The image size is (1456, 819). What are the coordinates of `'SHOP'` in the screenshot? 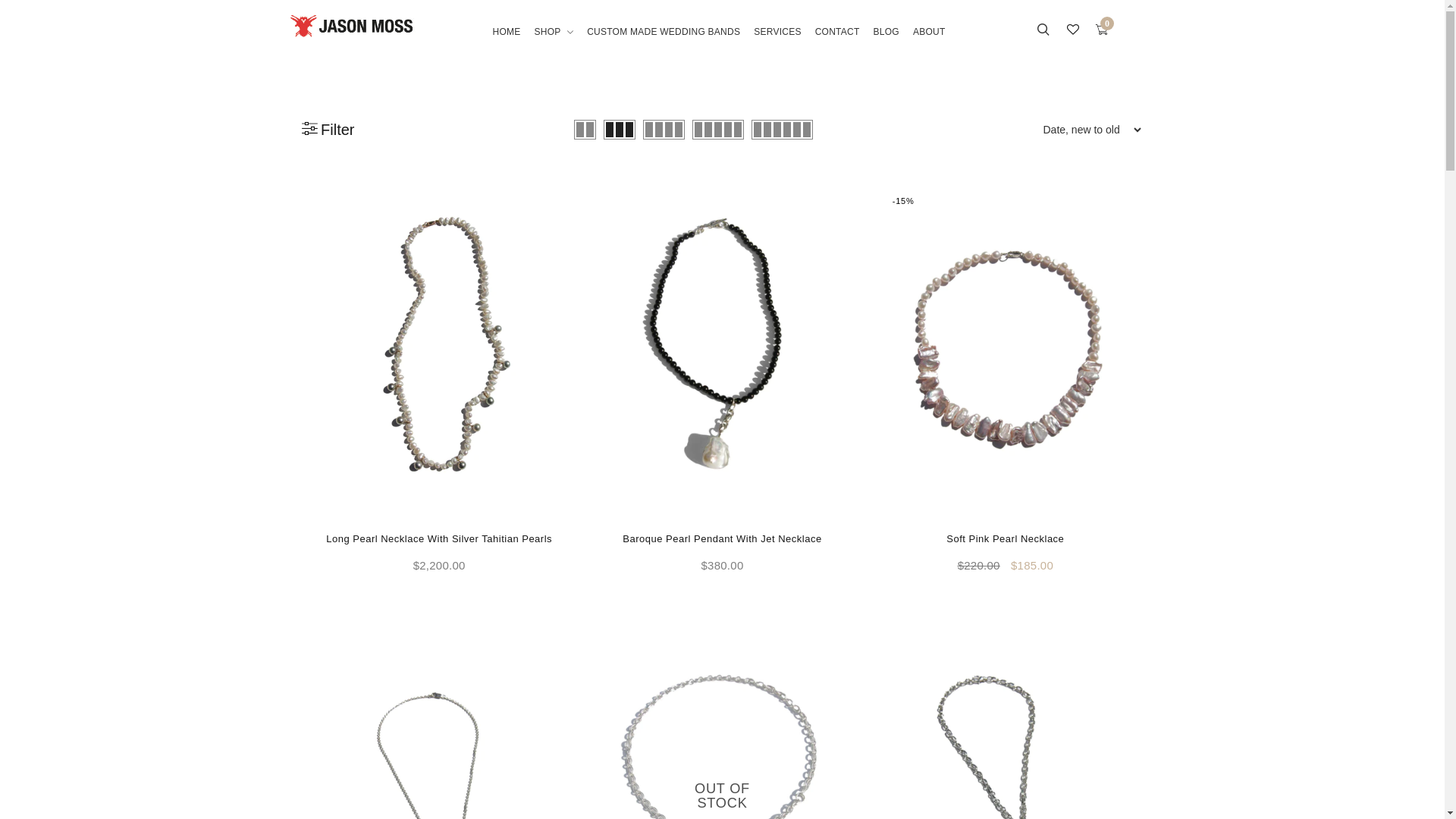 It's located at (553, 42).